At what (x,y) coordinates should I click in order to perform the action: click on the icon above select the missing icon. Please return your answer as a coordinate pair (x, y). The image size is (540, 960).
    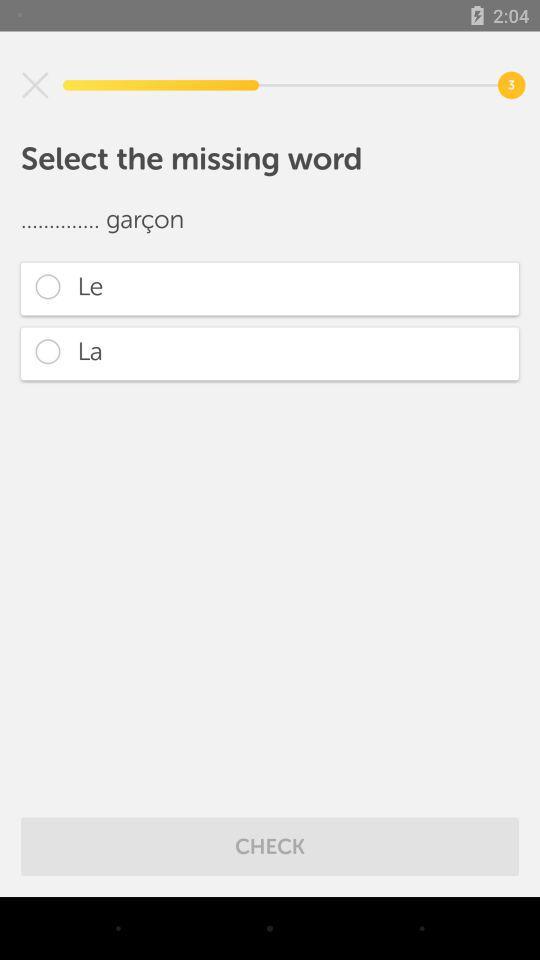
    Looking at the image, I should click on (35, 85).